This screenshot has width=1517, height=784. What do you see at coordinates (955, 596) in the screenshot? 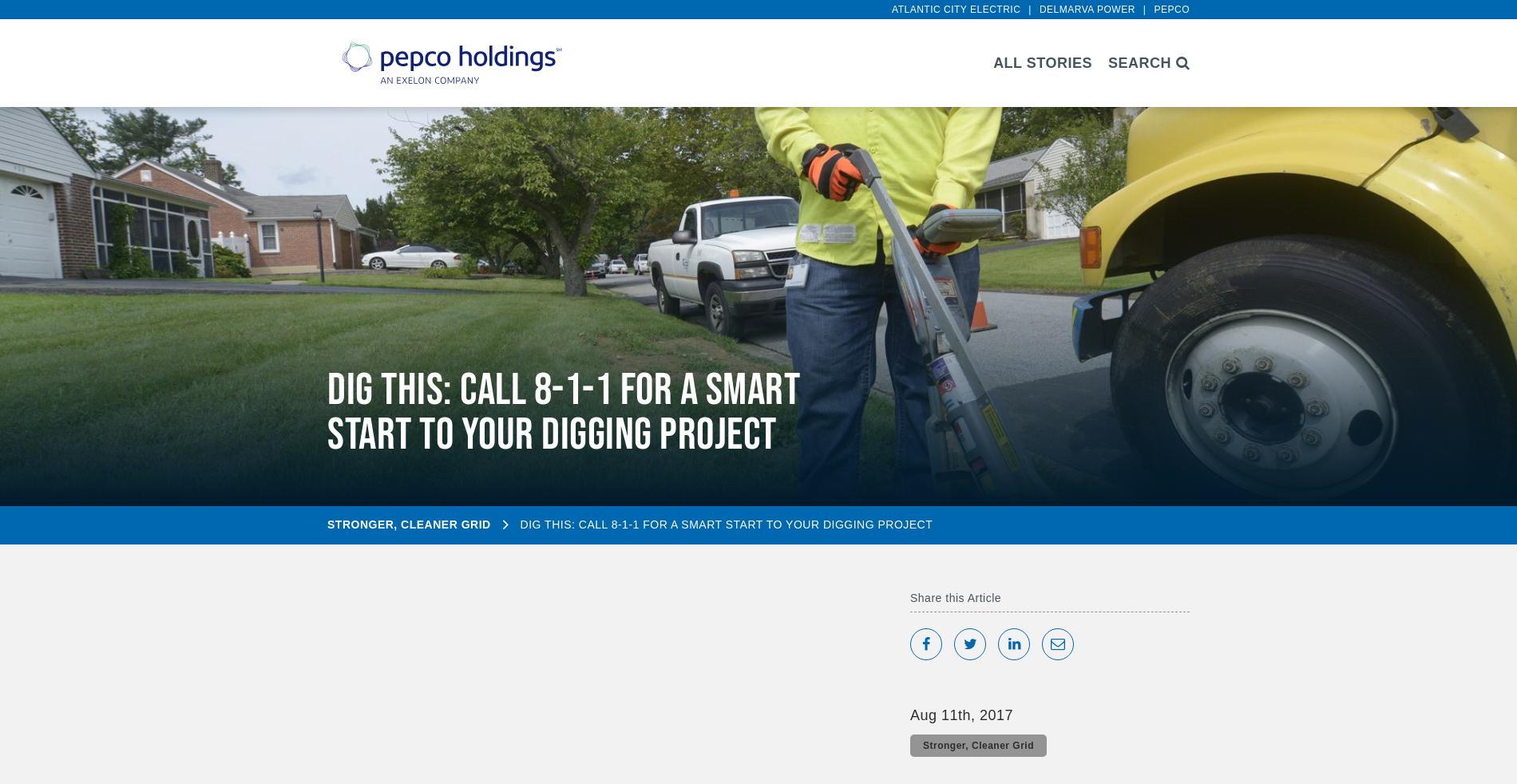
I see `'Share this Article'` at bounding box center [955, 596].